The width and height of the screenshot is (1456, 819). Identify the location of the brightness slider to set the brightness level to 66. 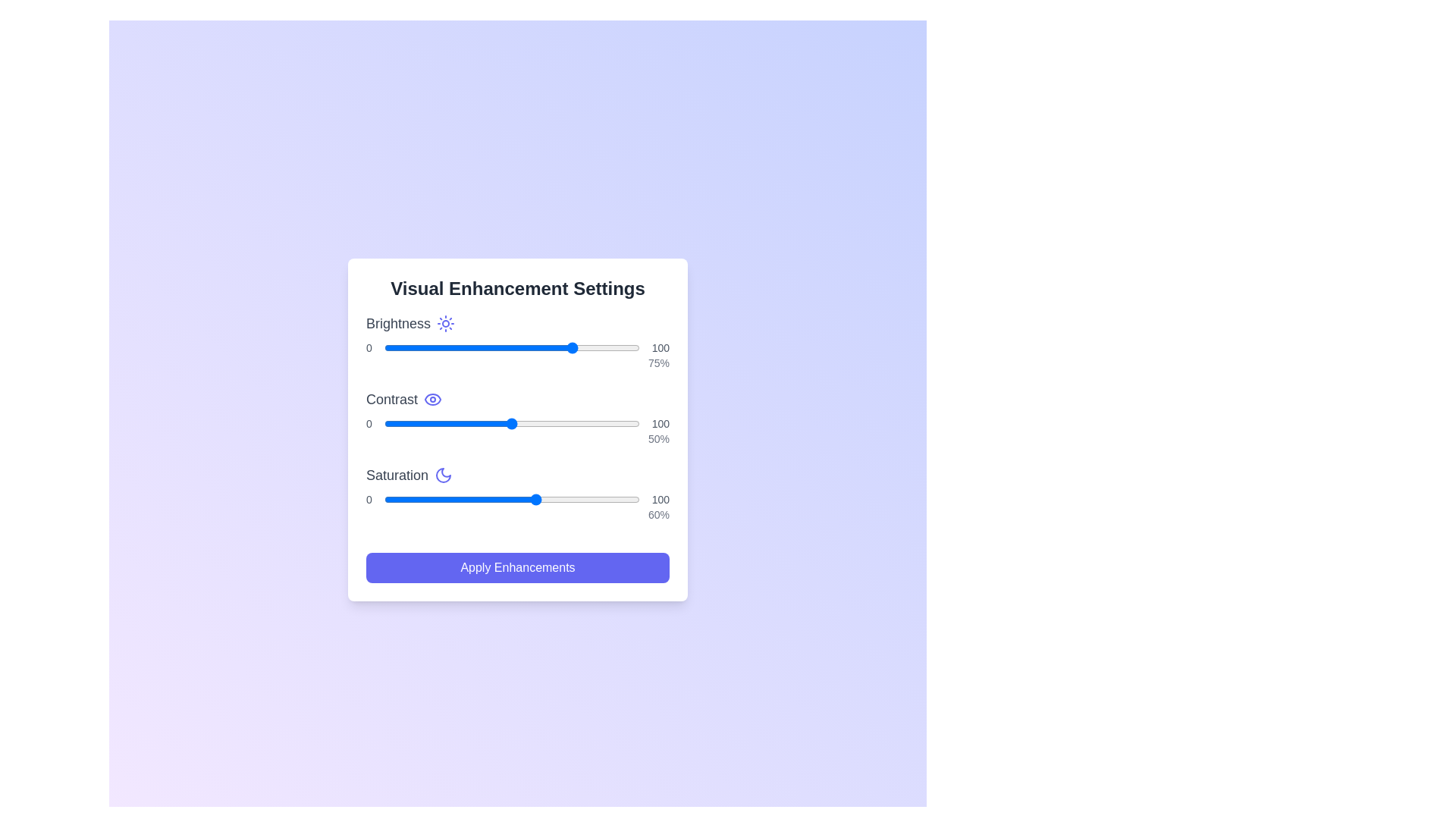
(552, 348).